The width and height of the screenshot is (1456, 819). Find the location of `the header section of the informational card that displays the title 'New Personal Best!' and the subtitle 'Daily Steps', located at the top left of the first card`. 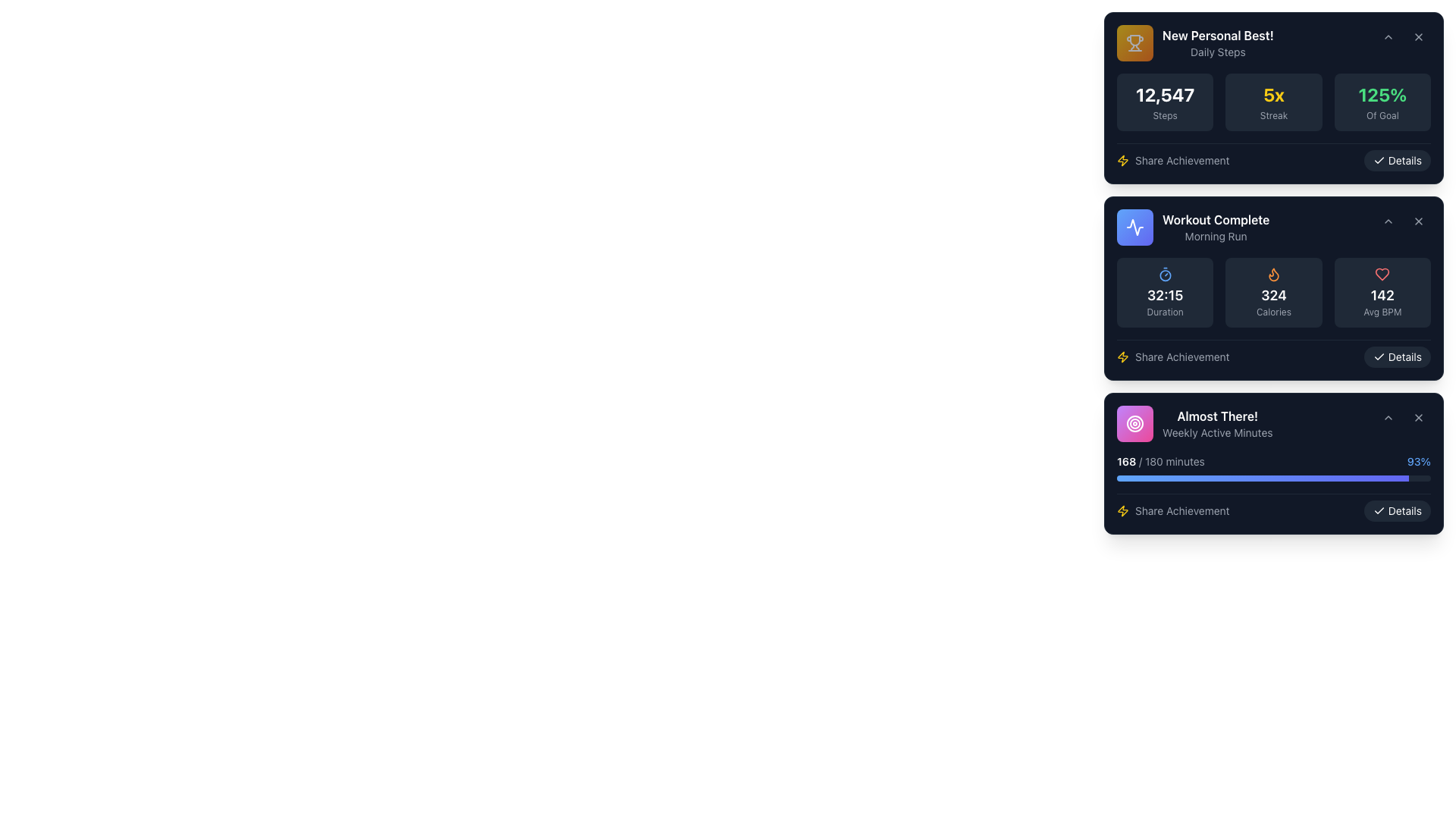

the header section of the informational card that displays the title 'New Personal Best!' and the subtitle 'Daily Steps', located at the top left of the first card is located at coordinates (1194, 42).